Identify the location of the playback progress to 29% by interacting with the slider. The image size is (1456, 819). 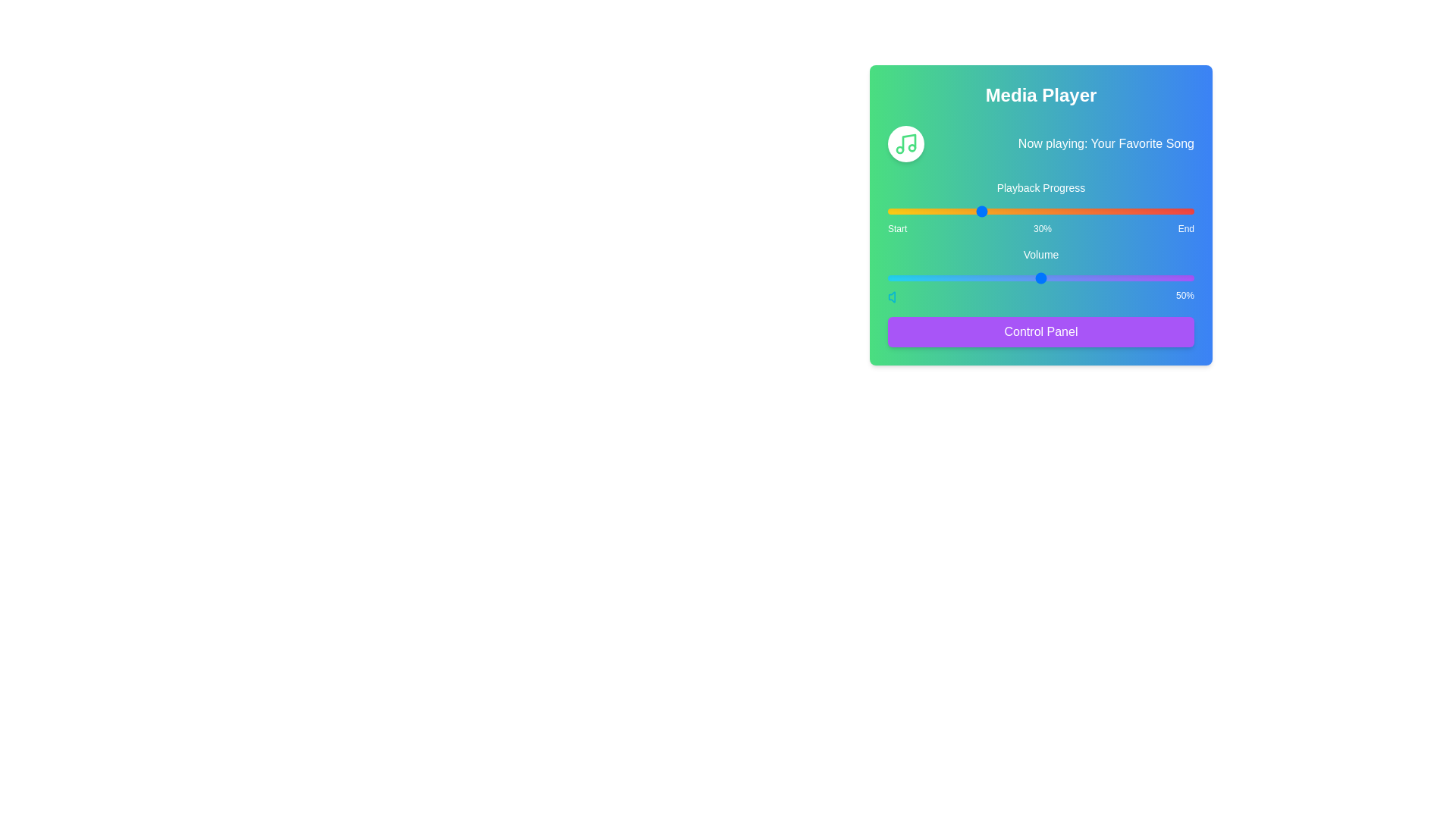
(977, 211).